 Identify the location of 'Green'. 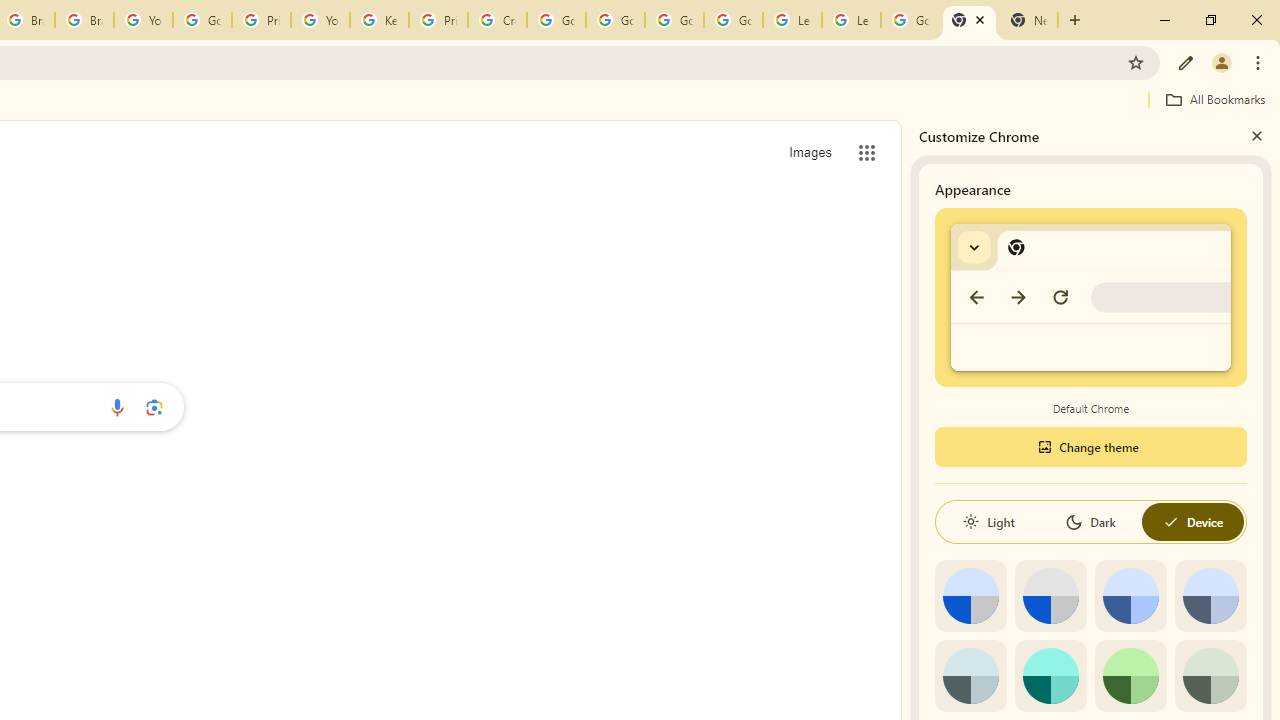
(1130, 675).